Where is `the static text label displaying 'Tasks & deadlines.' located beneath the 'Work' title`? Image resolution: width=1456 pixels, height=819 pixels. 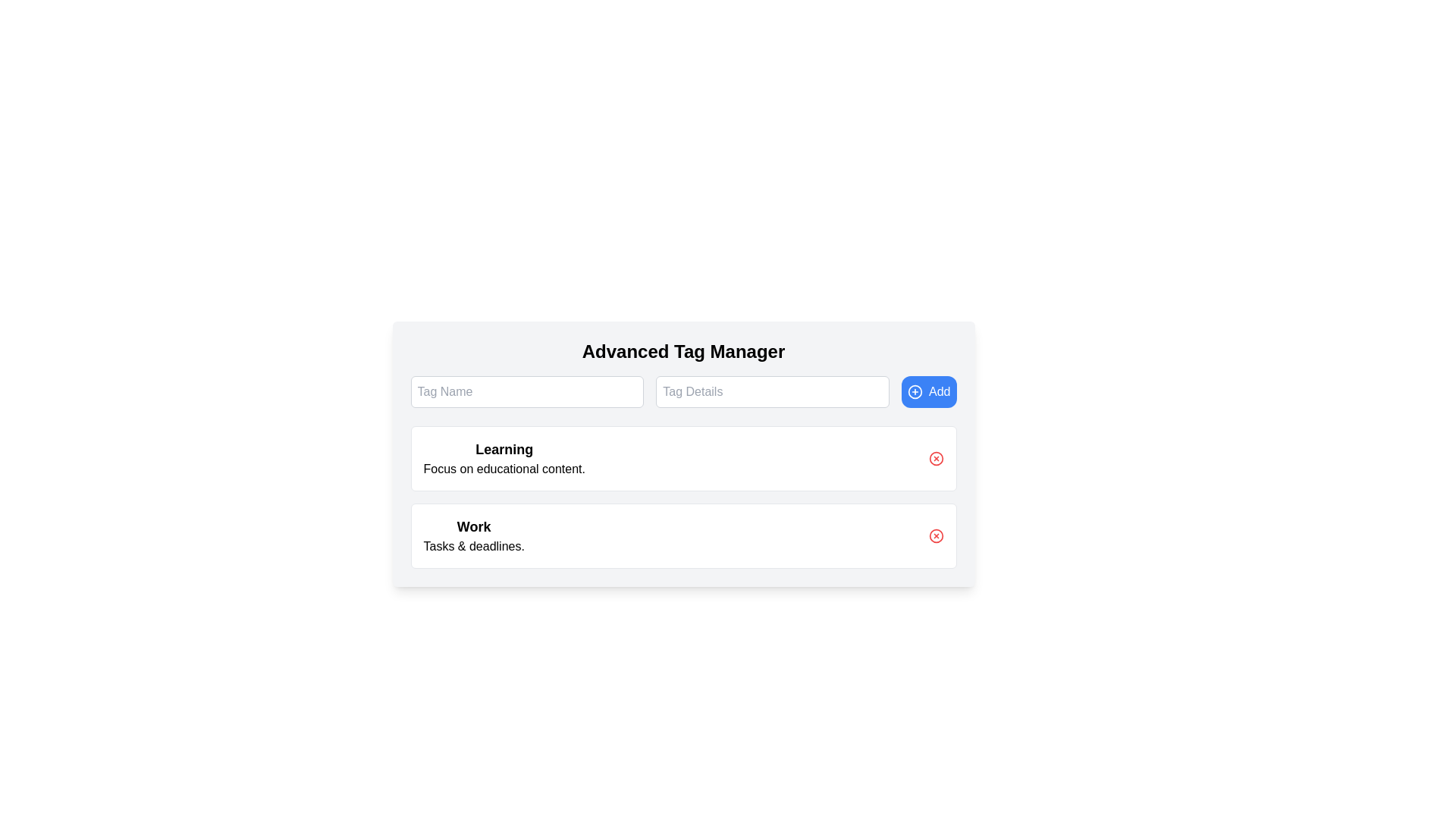
the static text label displaying 'Tasks & deadlines.' located beneath the 'Work' title is located at coordinates (473, 547).